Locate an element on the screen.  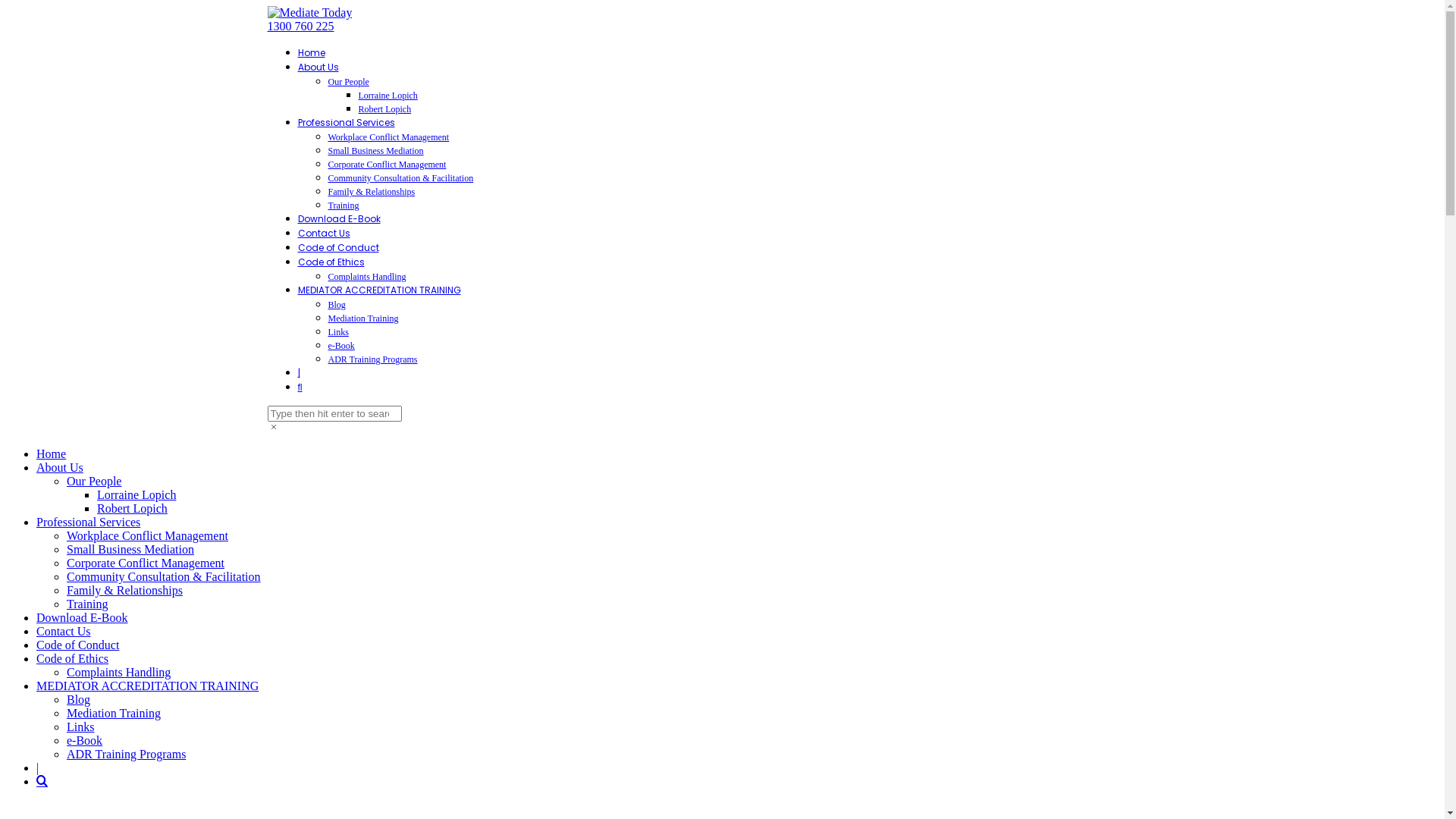
'Code of Conduct' is located at coordinates (77, 645).